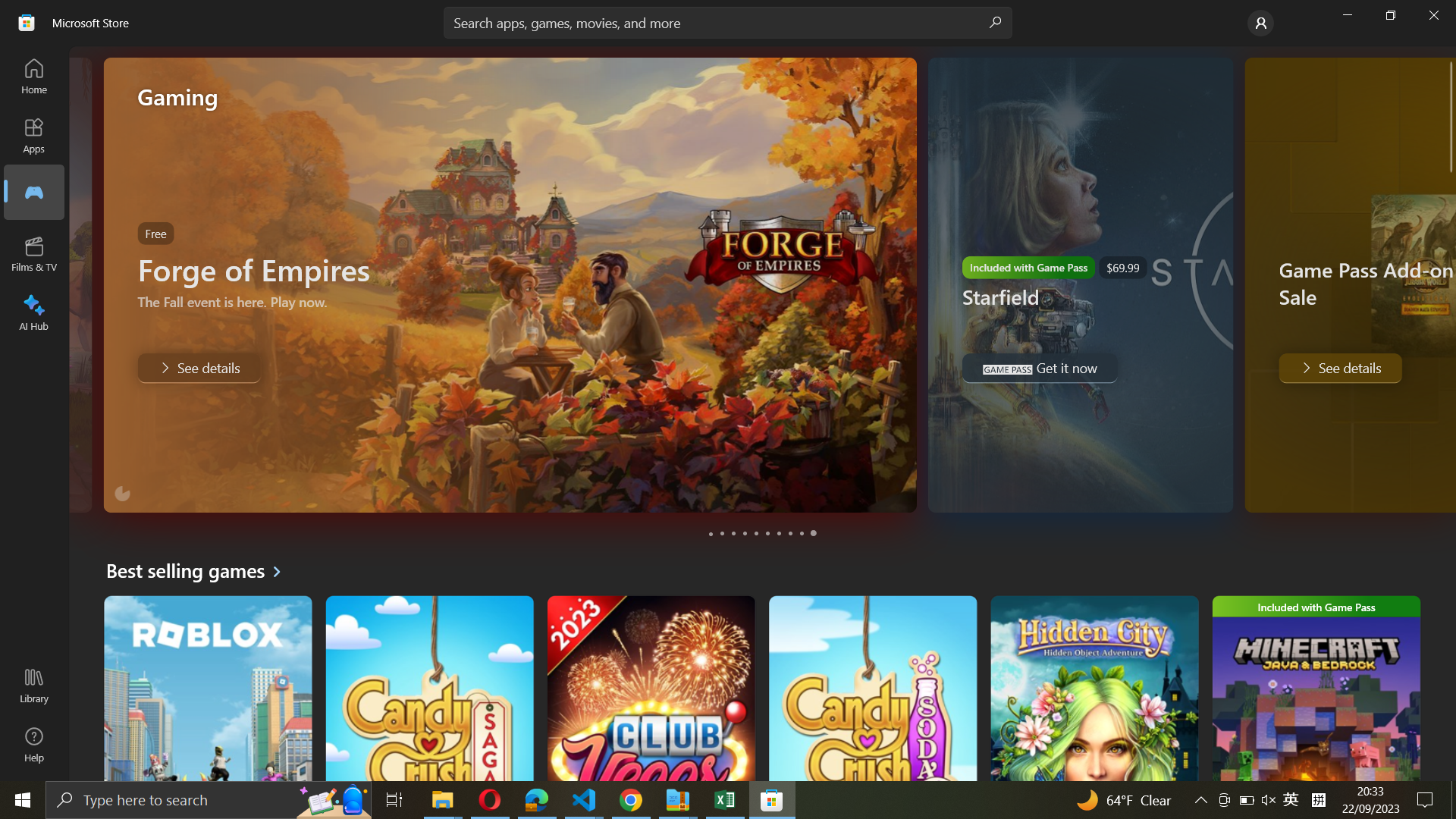 The image size is (1456, 819). I want to click on Retrieve top performing games, so click(199, 570).